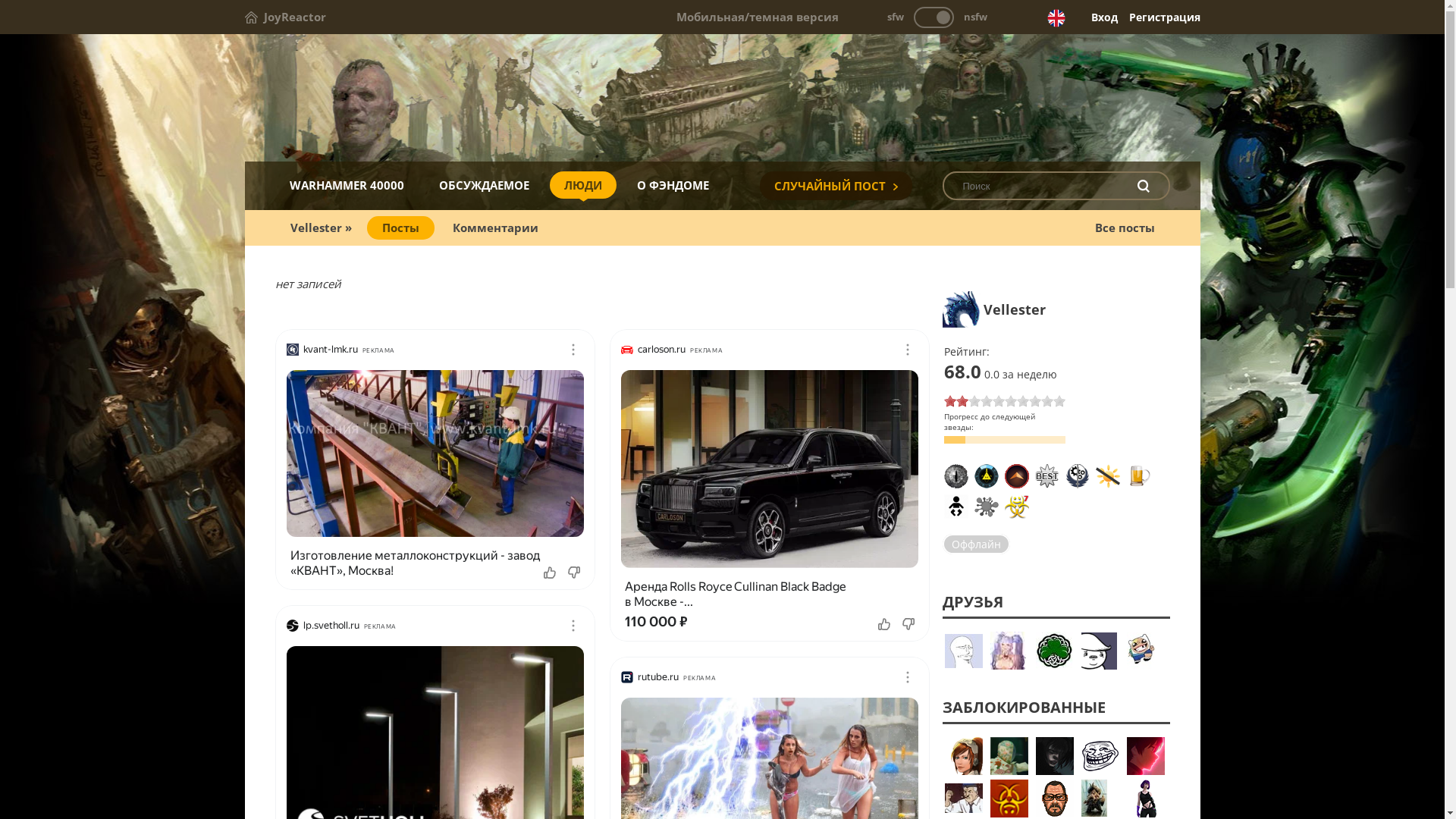  What do you see at coordinates (1046, 17) in the screenshot?
I see `'English version'` at bounding box center [1046, 17].